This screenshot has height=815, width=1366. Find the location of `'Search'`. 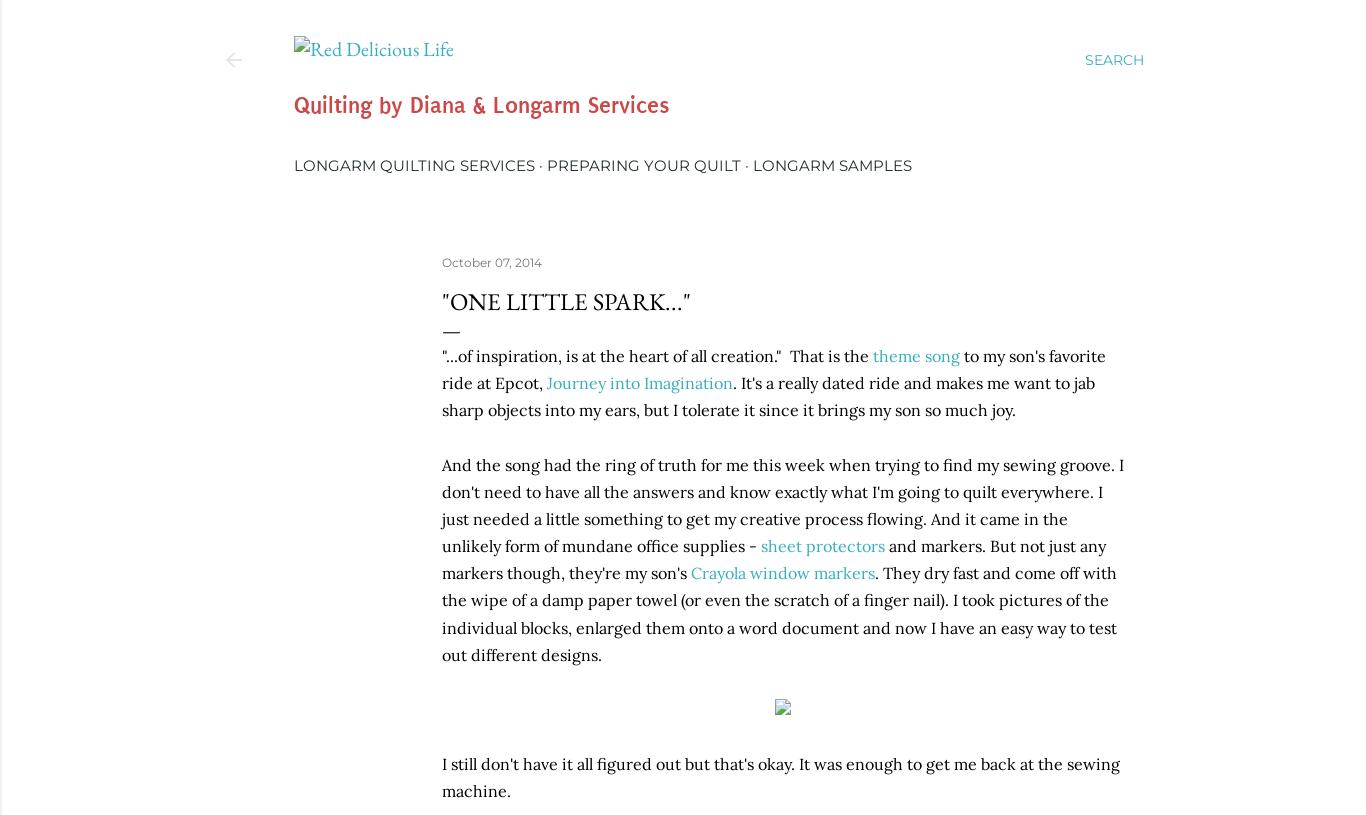

'Search' is located at coordinates (1113, 58).